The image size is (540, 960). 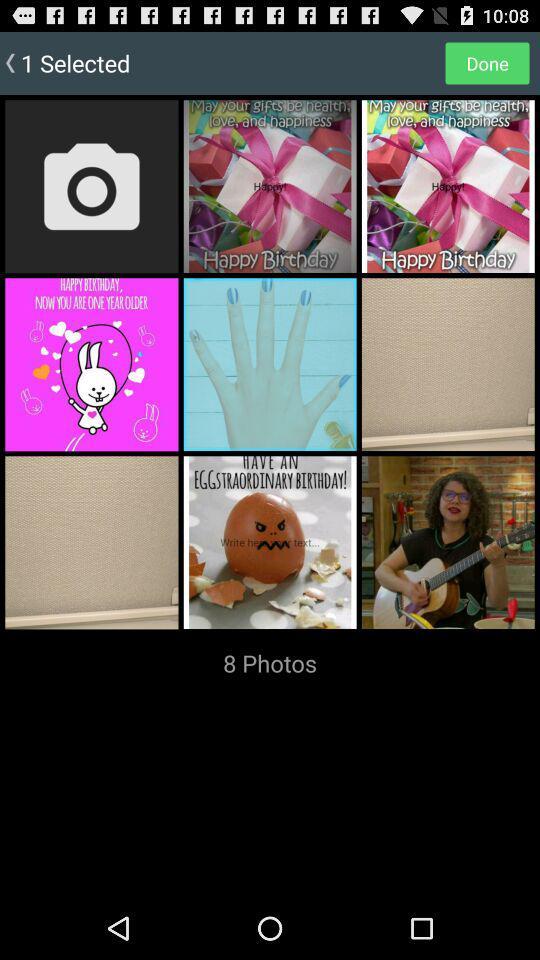 What do you see at coordinates (270, 663) in the screenshot?
I see `8 photos item` at bounding box center [270, 663].